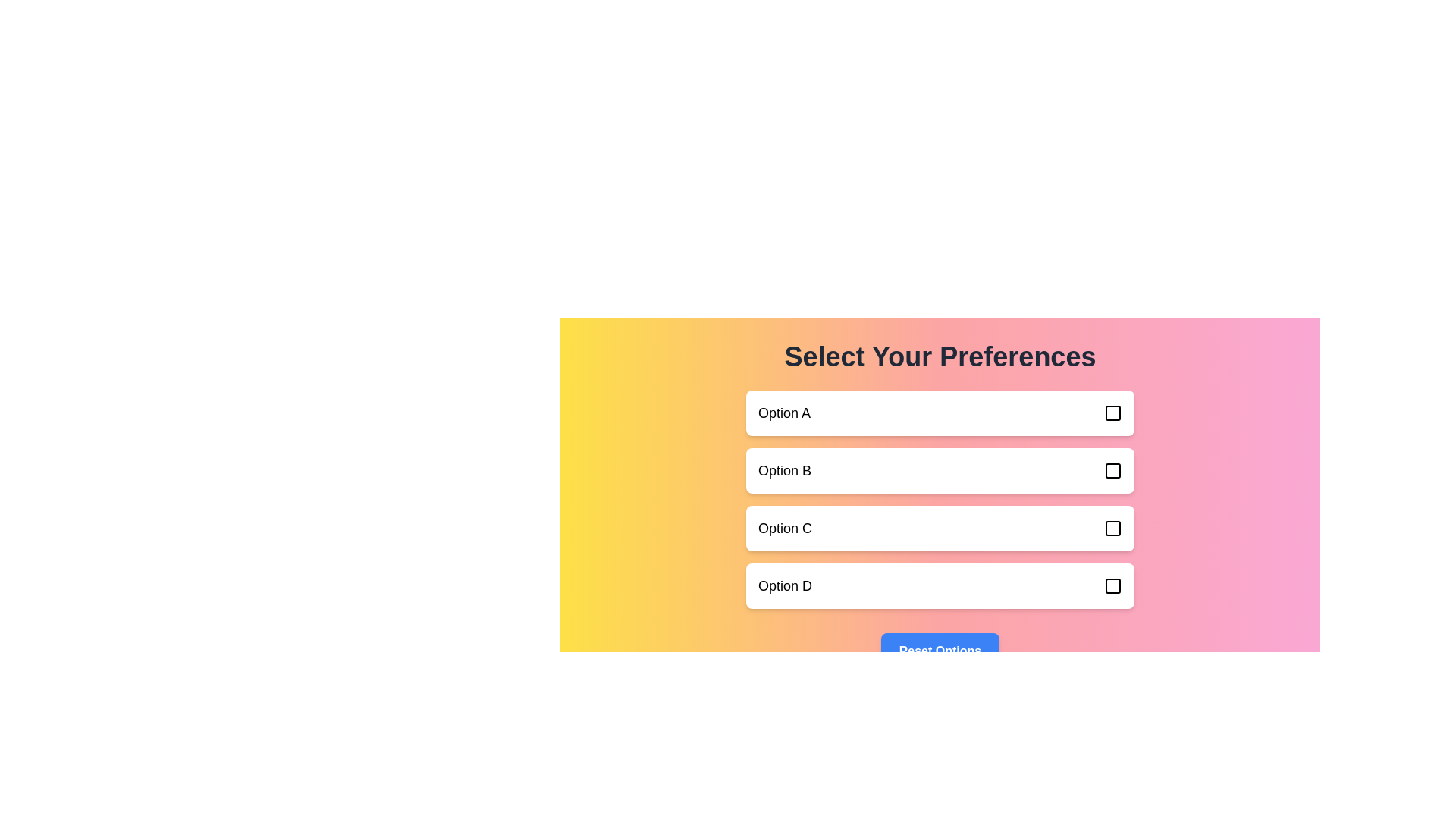 The image size is (1456, 819). I want to click on the 'Reset Options' button to reset all selected options, so click(939, 651).